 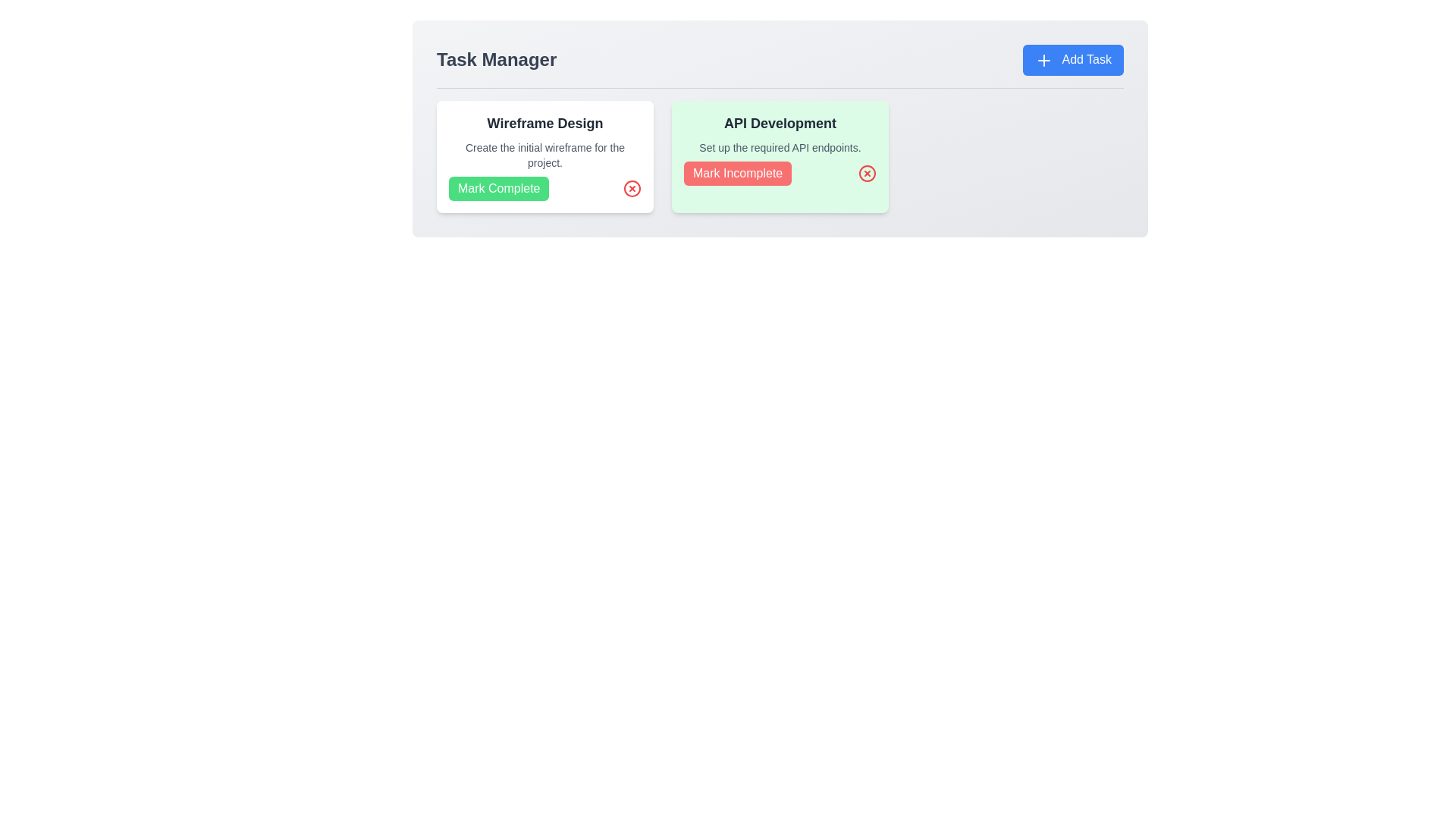 I want to click on the circular close or delete button located in the top center-right area of the 'Wireframe Design' task card, so click(x=632, y=187).